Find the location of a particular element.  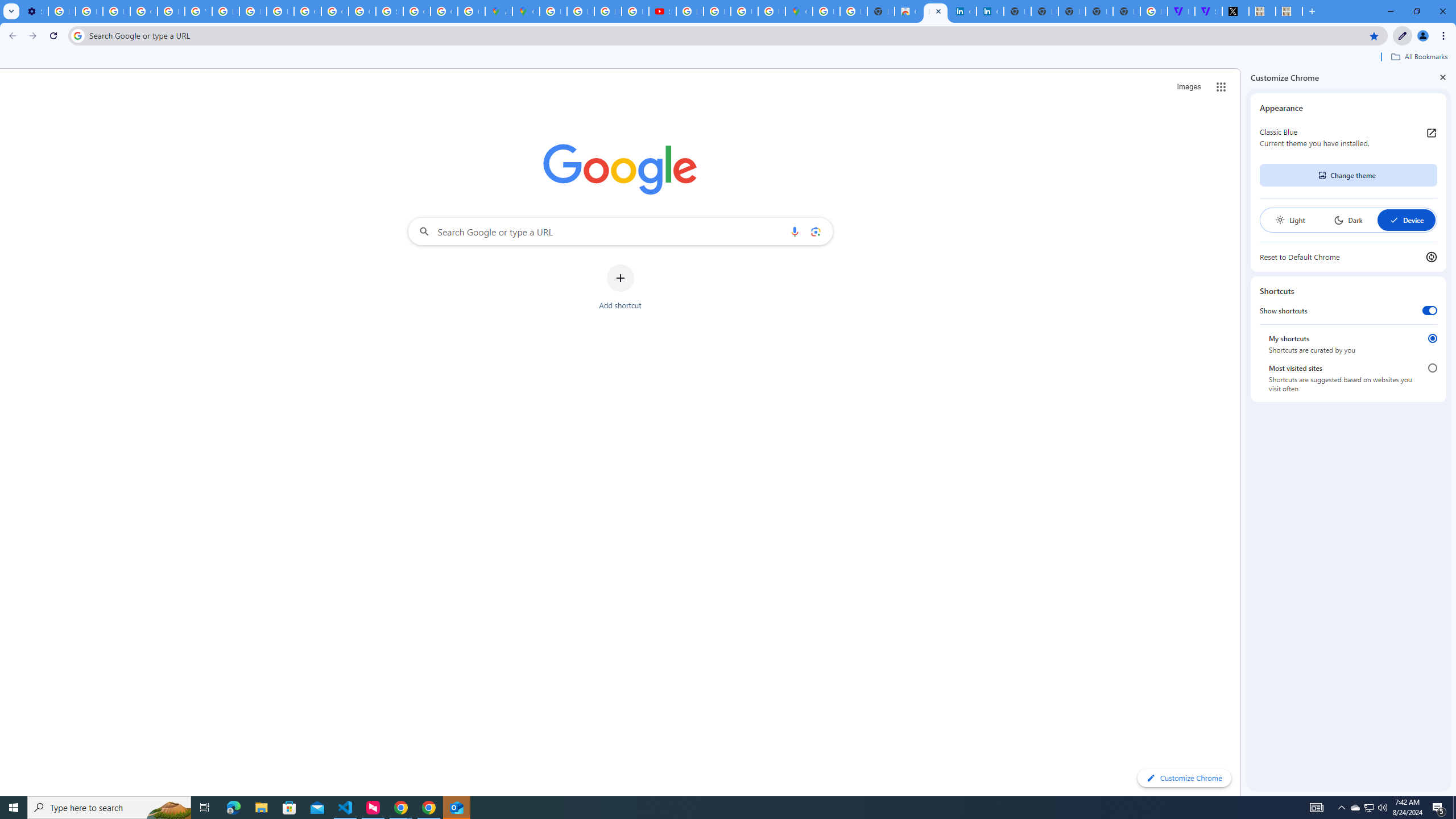

'Delete photos & videos - Computer - Google Photos Help' is located at coordinates (61, 11).